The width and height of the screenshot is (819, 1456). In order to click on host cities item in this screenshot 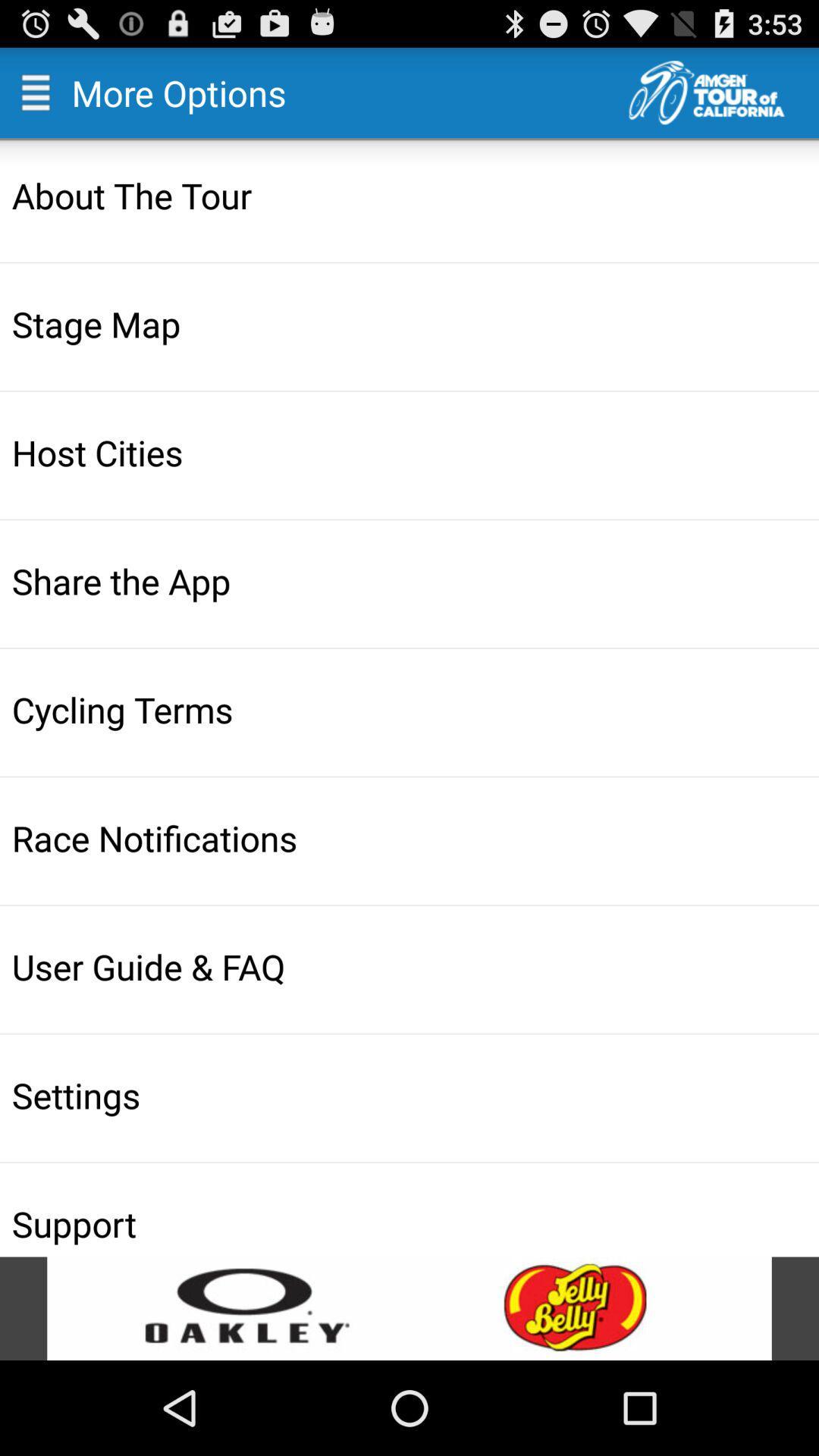, I will do `click(411, 451)`.